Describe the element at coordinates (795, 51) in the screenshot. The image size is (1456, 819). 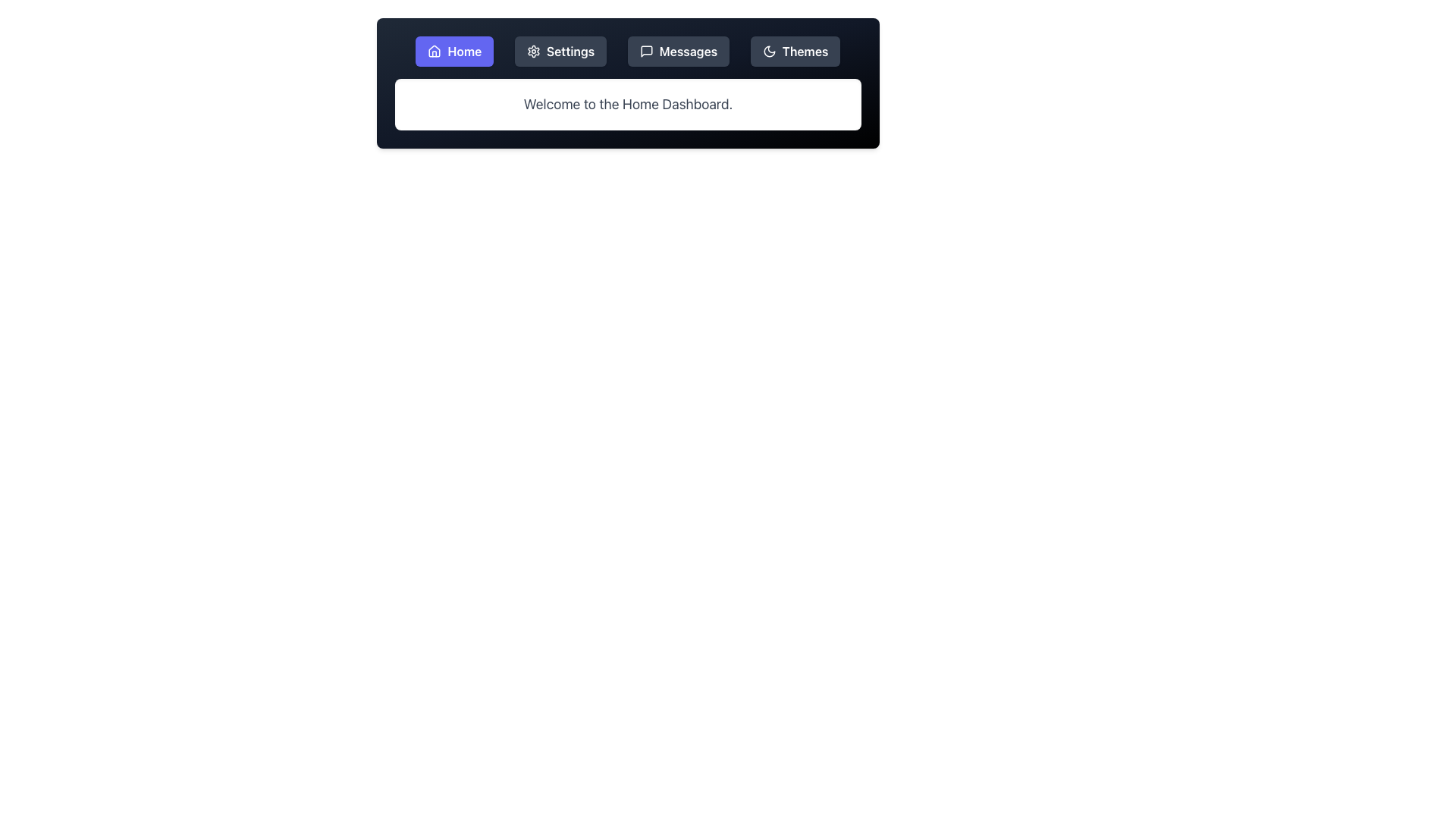
I see `the theme selection button located on the top navigation bar to the far right, next to the 'Messages' button, which features a crescent moon icon` at that location.